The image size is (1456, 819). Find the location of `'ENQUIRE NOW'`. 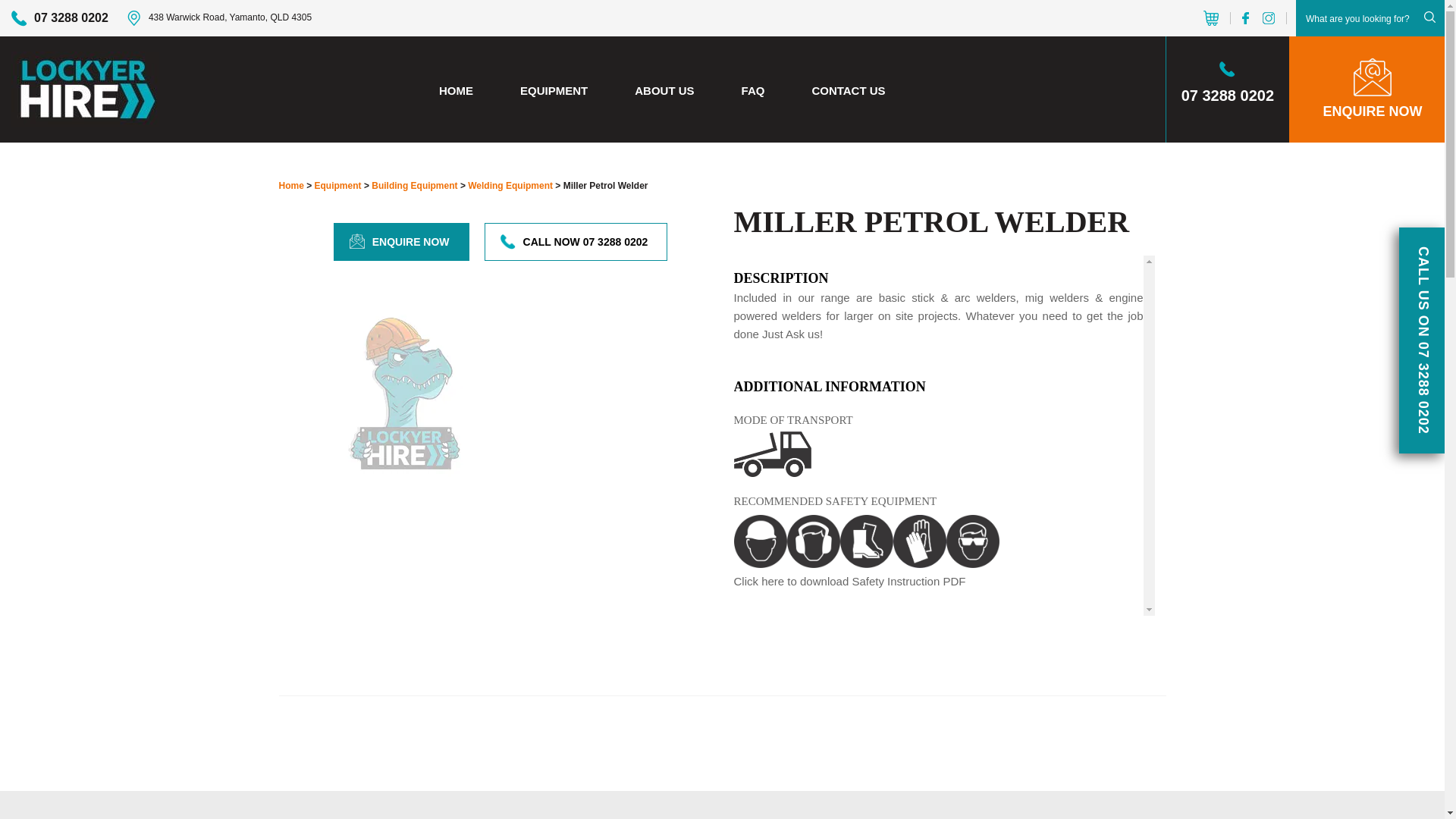

'ENQUIRE NOW' is located at coordinates (401, 241).